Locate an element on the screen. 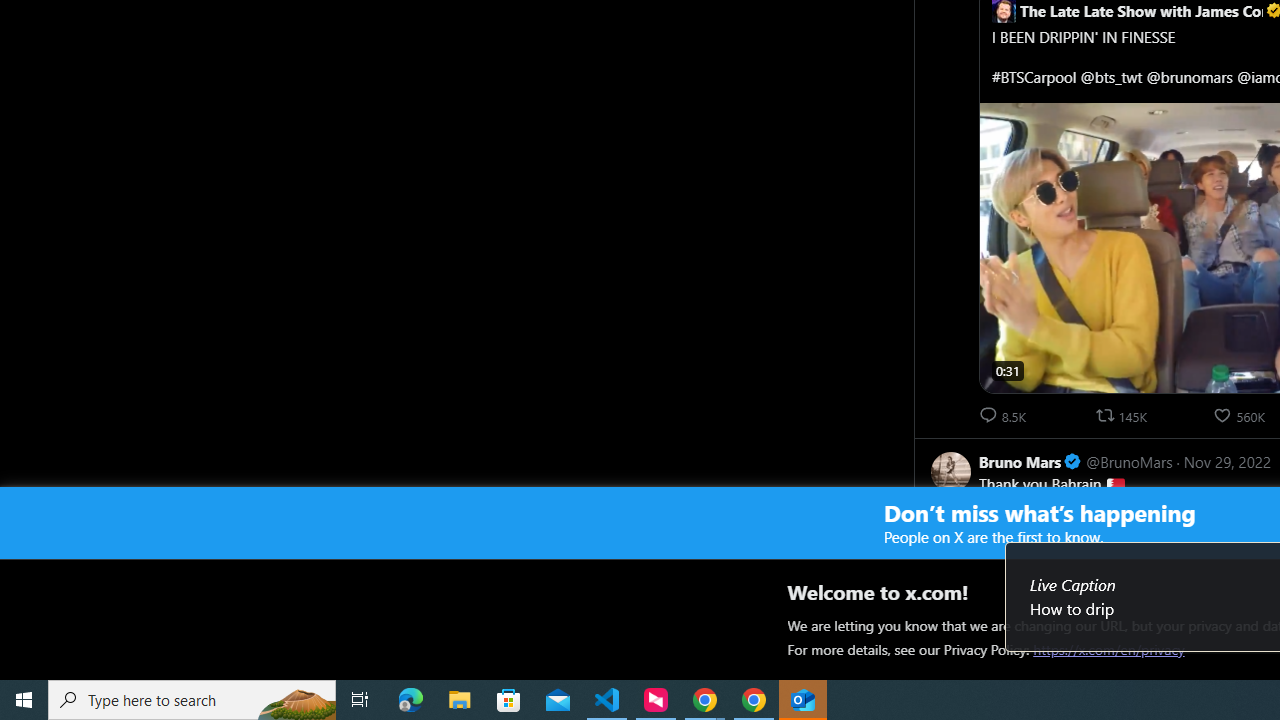 This screenshot has width=1280, height=720. 'Bruno Mars Verified account' is located at coordinates (1030, 461).